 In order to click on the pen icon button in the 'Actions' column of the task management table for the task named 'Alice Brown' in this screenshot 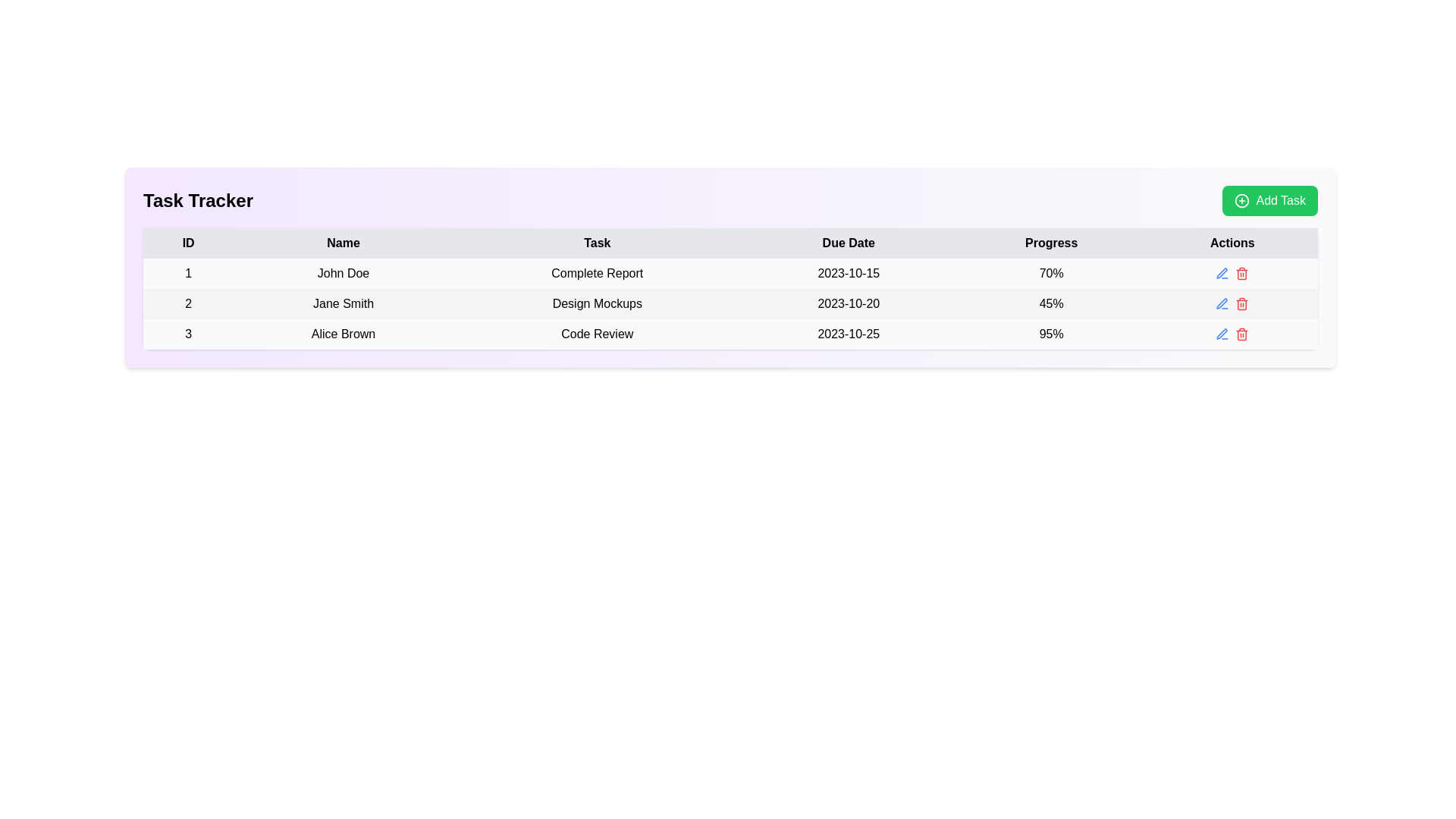, I will do `click(1222, 333)`.